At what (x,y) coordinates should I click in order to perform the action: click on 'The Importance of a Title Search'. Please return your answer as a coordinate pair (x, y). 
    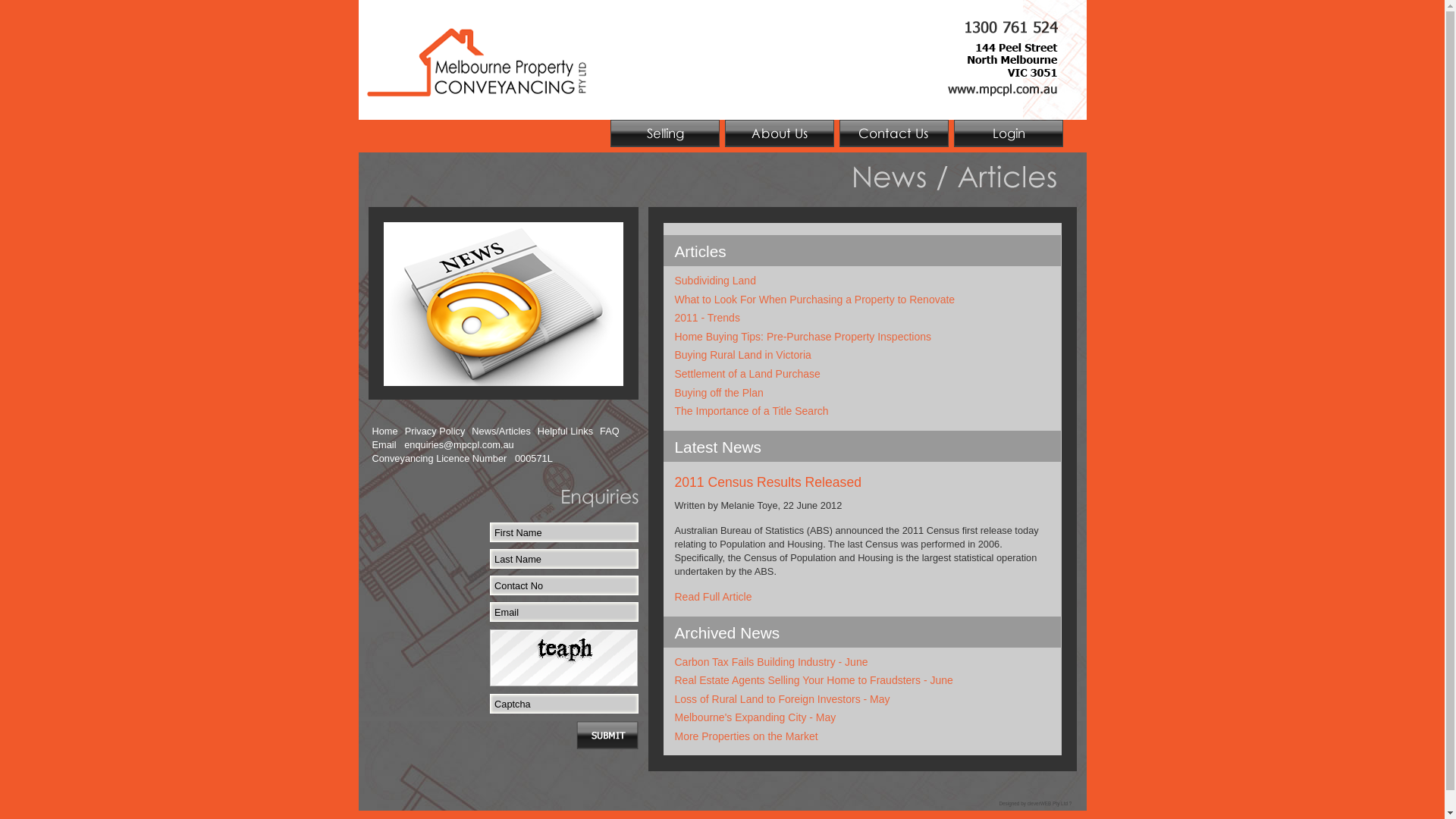
    Looking at the image, I should click on (752, 411).